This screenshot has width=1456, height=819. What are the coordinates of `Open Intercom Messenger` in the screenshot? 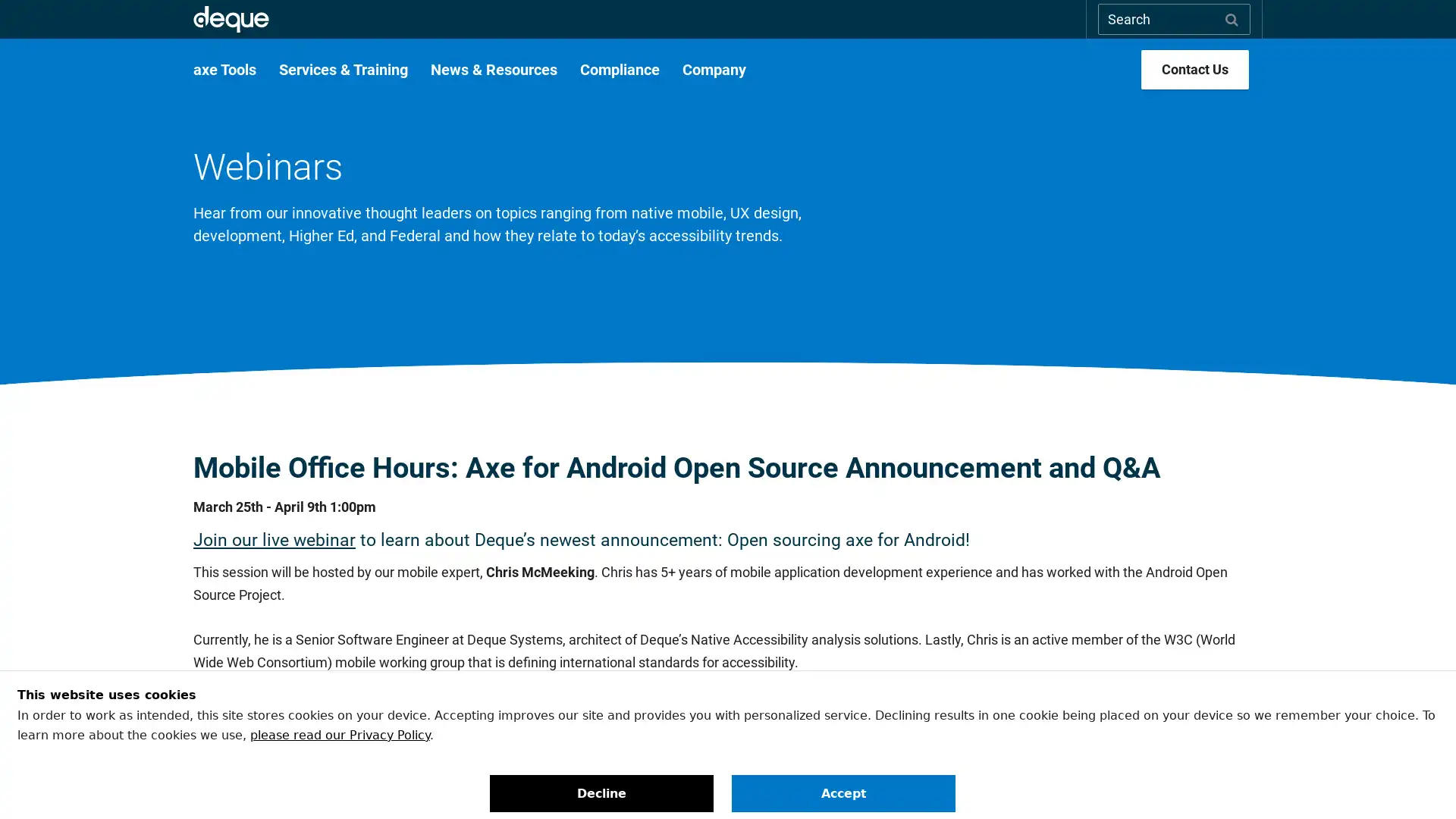 It's located at (1417, 780).